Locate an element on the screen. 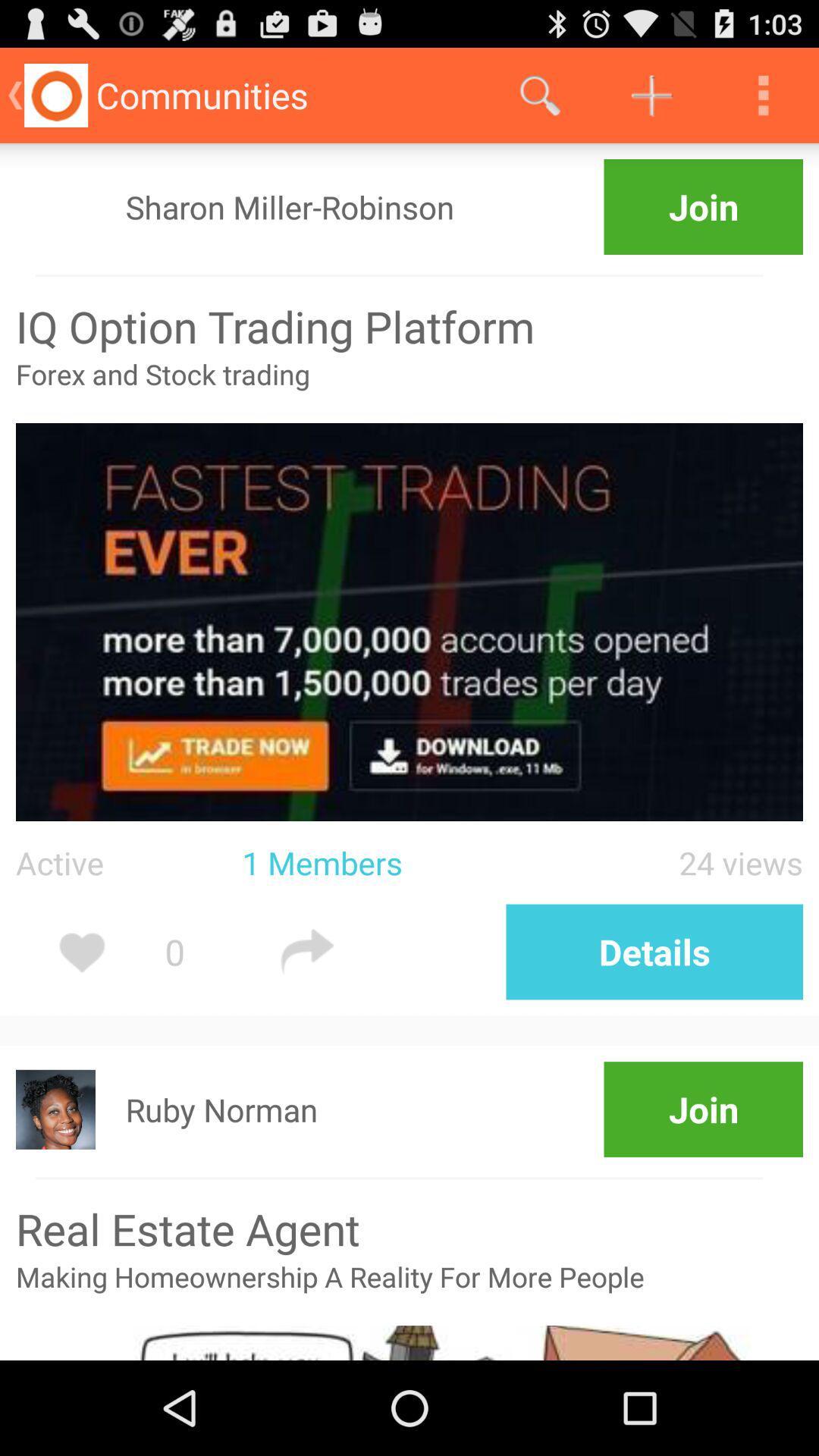  real estate agent is located at coordinates (409, 1228).